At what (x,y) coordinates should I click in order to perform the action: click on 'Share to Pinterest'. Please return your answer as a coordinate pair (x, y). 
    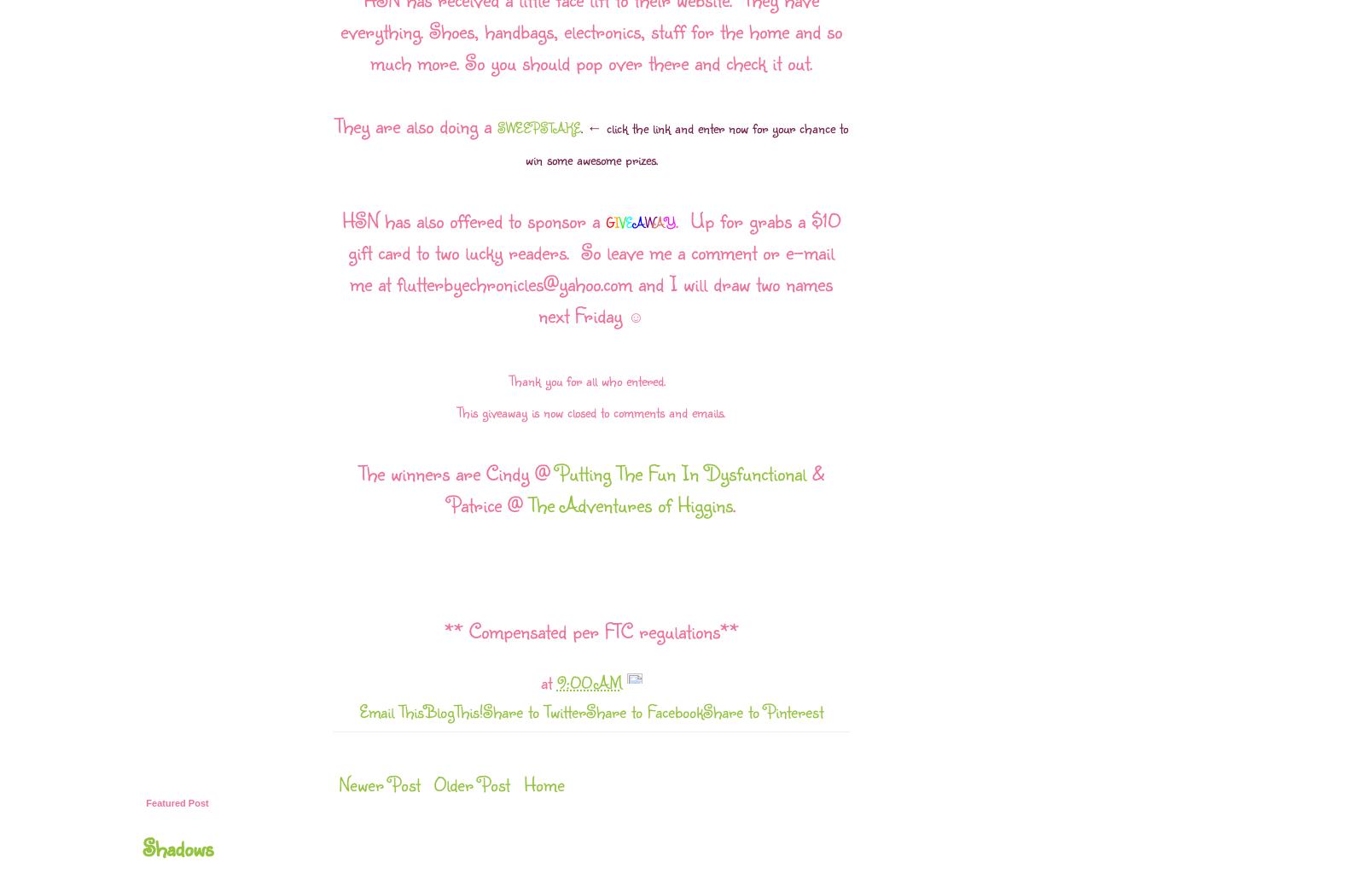
    Looking at the image, I should click on (763, 711).